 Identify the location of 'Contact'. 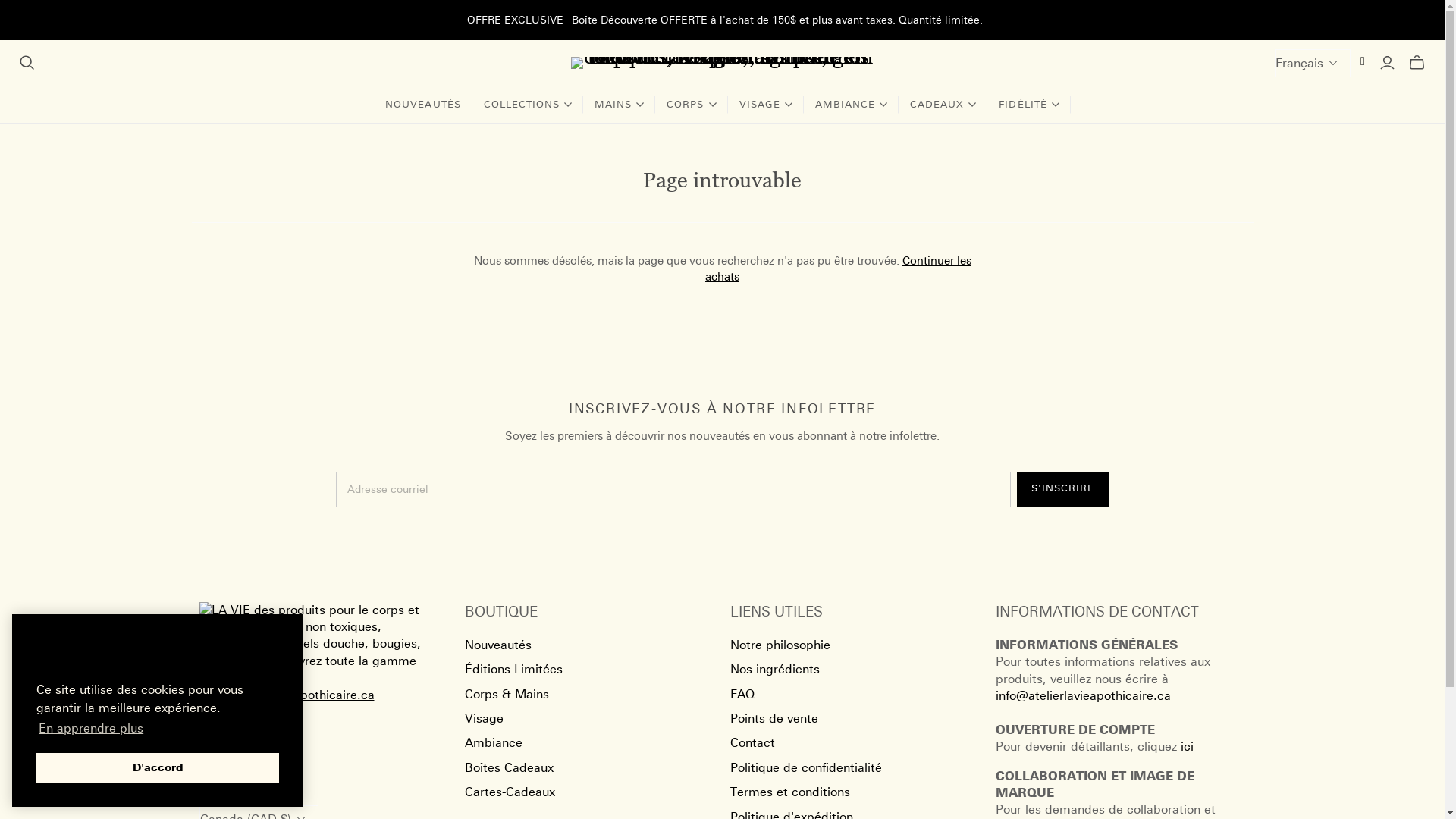
(729, 742).